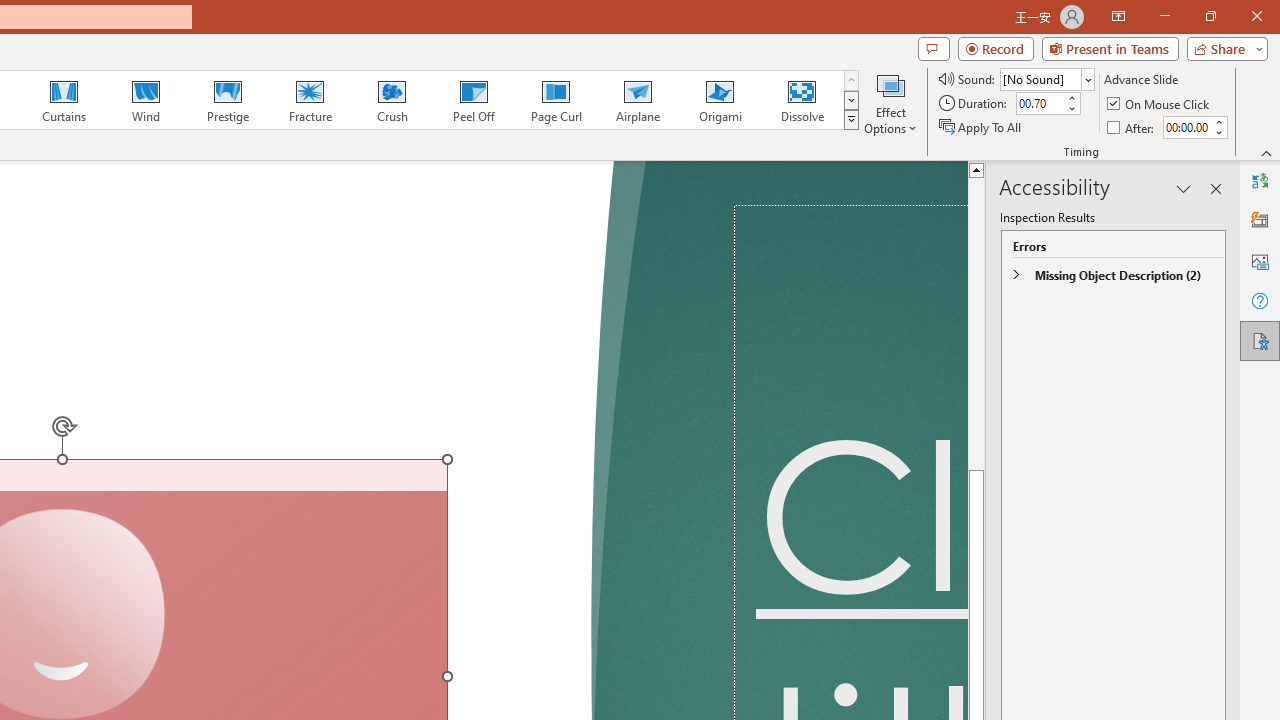  What do you see at coordinates (720, 100) in the screenshot?
I see `'Origami'` at bounding box center [720, 100].